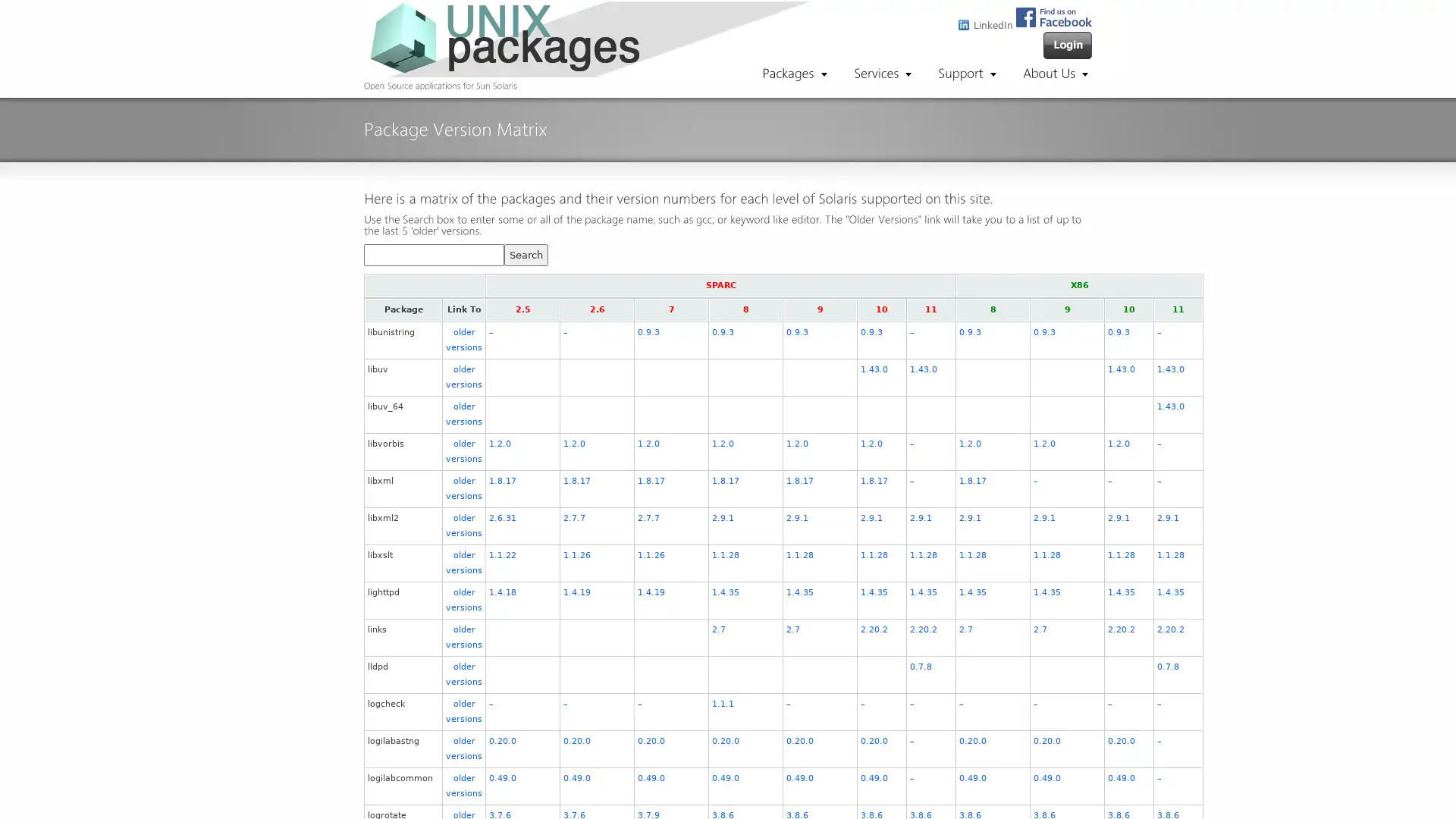  I want to click on Search, so click(526, 253).